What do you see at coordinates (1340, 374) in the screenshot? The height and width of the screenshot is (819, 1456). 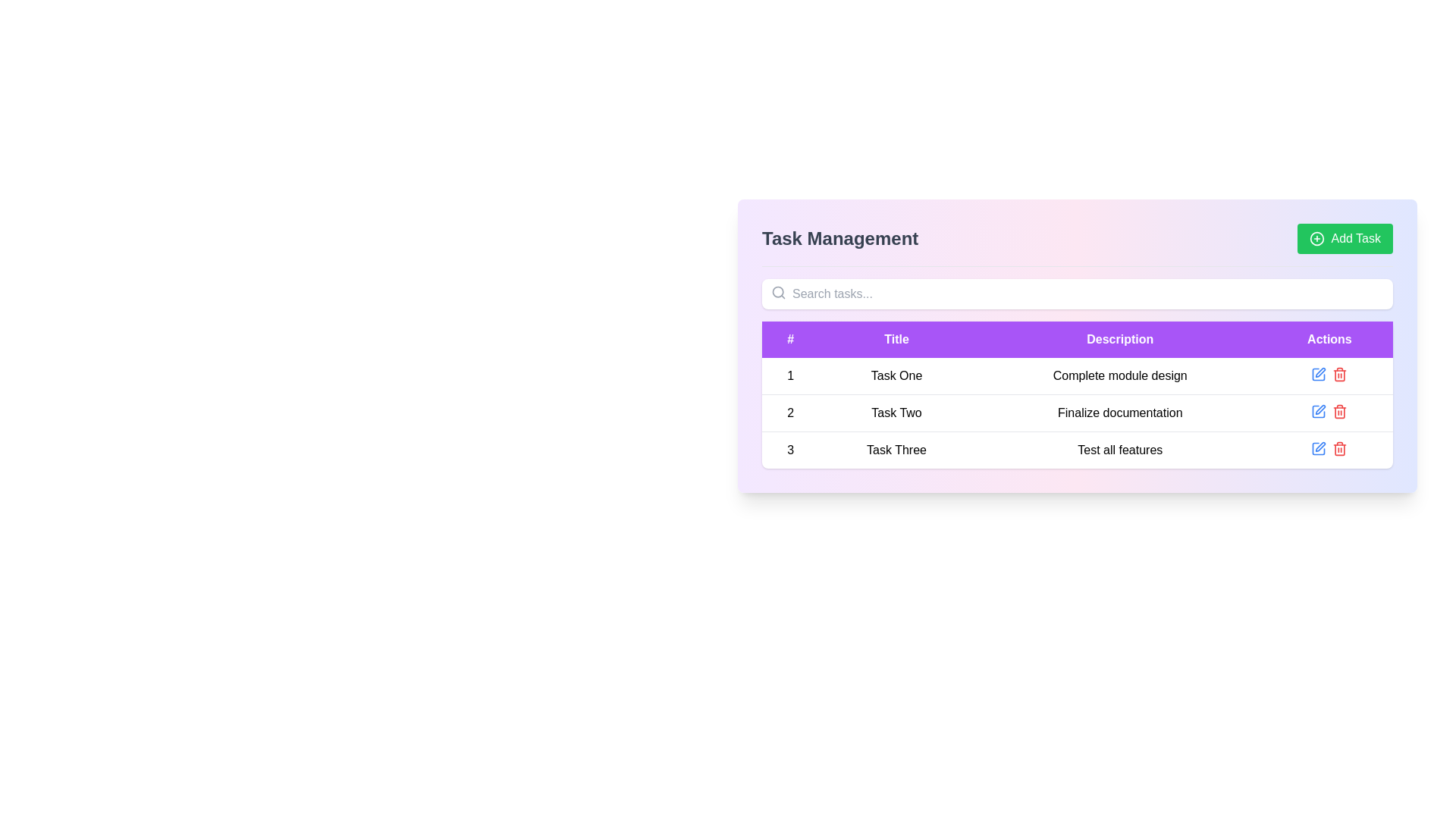 I see `the delete icon button located in the 'Actions' column of the task list for 'Complete module design' in the first row` at bounding box center [1340, 374].